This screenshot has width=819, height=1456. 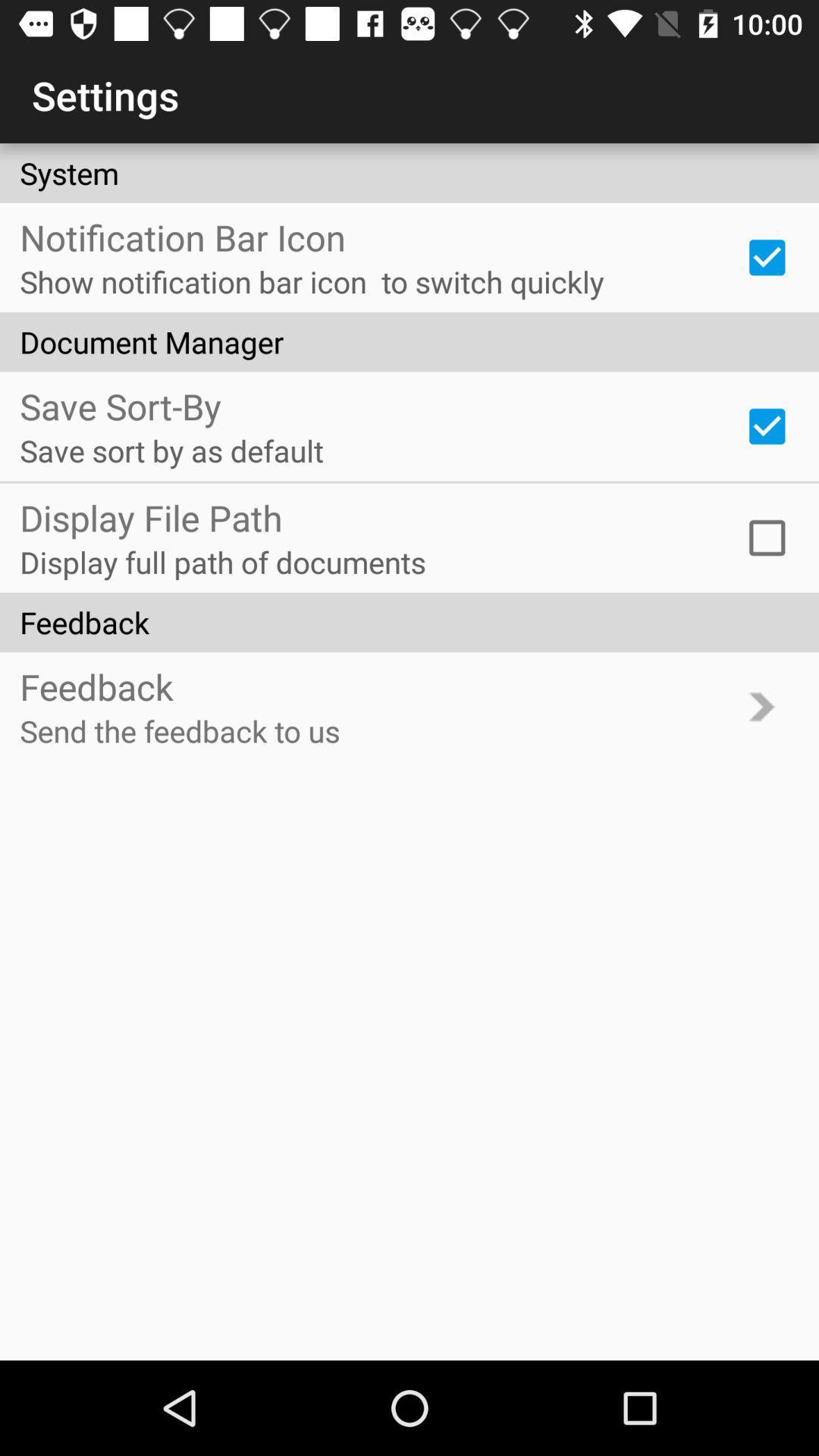 What do you see at coordinates (767, 538) in the screenshot?
I see `icon next to display full path` at bounding box center [767, 538].